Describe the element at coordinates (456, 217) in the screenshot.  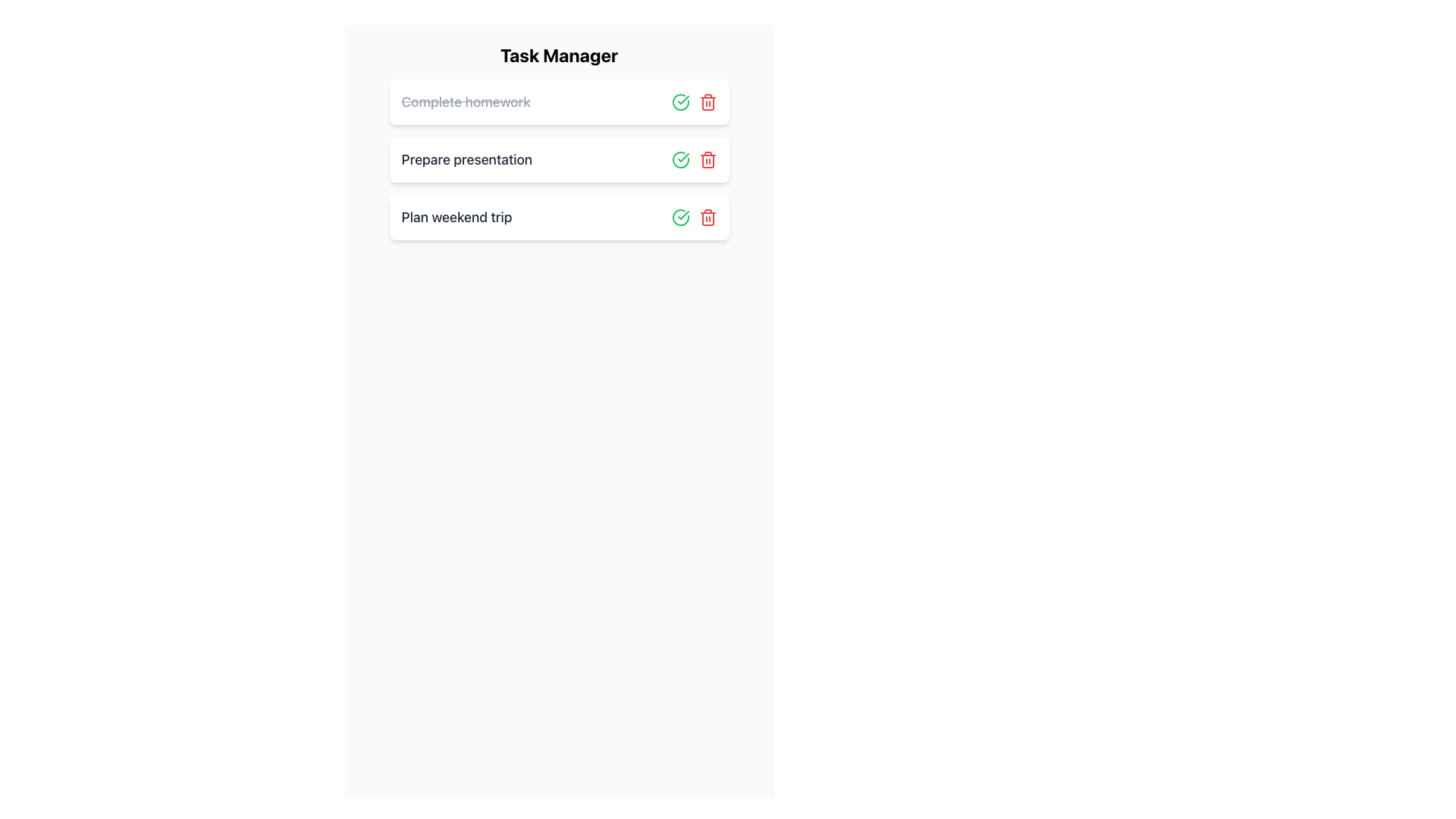
I see `the third text label item in the task management application, which serves as a label for a task, located near the bottom of the list` at that location.